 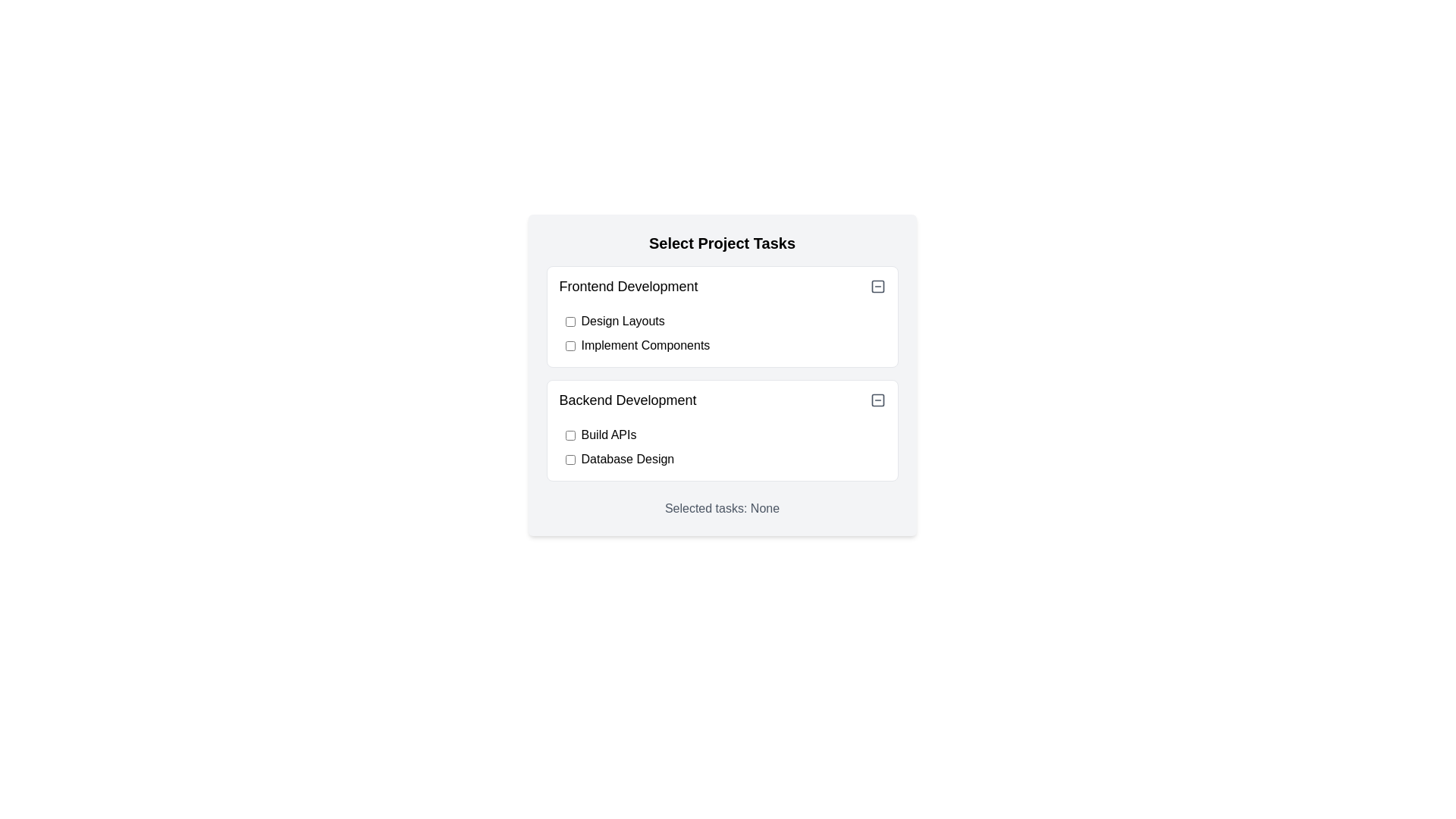 What do you see at coordinates (570, 321) in the screenshot?
I see `the checkbox preceding the 'Design Layouts' text in the 'Frontend Development' section` at bounding box center [570, 321].